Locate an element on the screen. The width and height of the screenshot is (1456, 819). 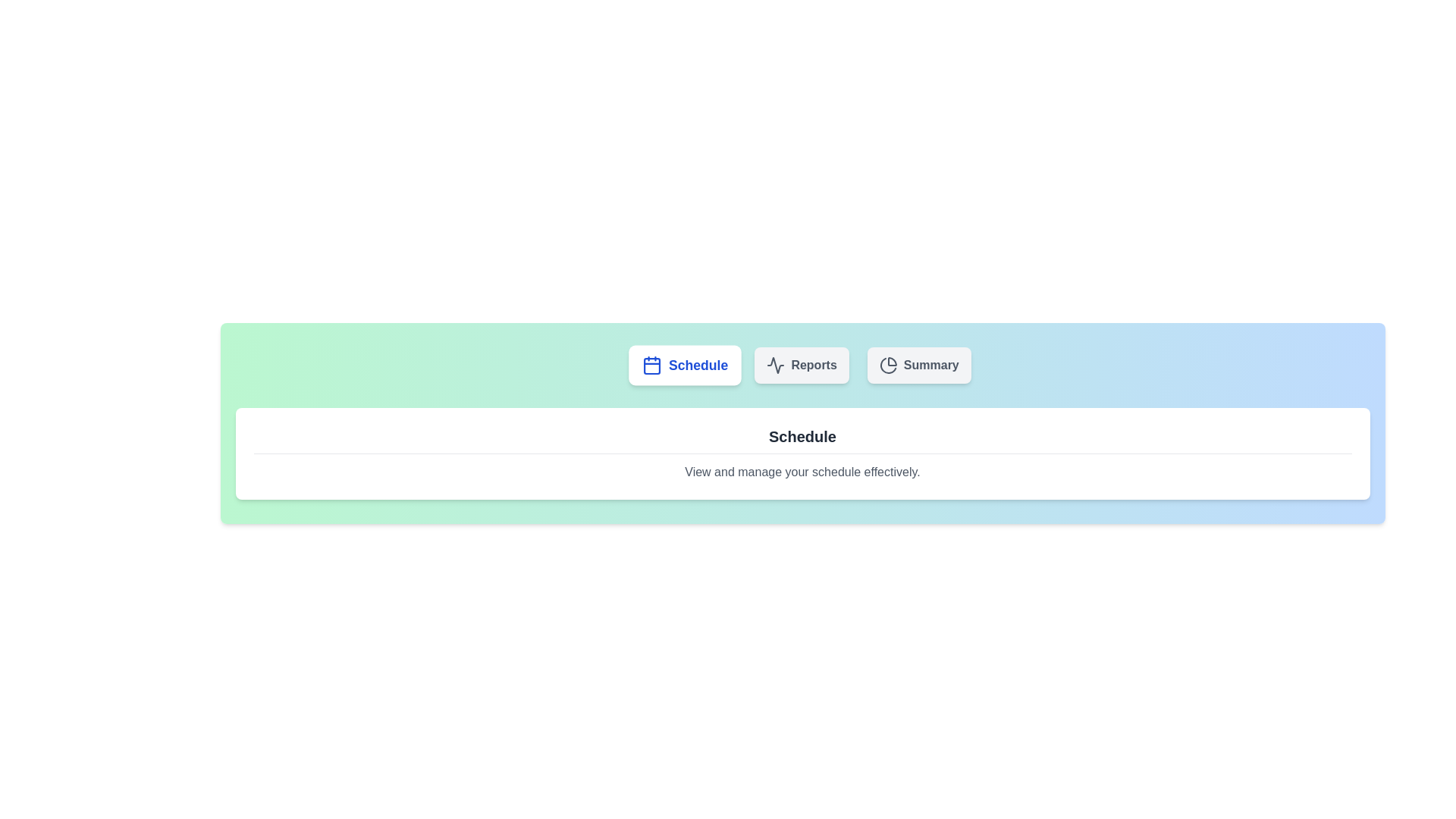
the tab labeled Summary to switch views is located at coordinates (918, 366).